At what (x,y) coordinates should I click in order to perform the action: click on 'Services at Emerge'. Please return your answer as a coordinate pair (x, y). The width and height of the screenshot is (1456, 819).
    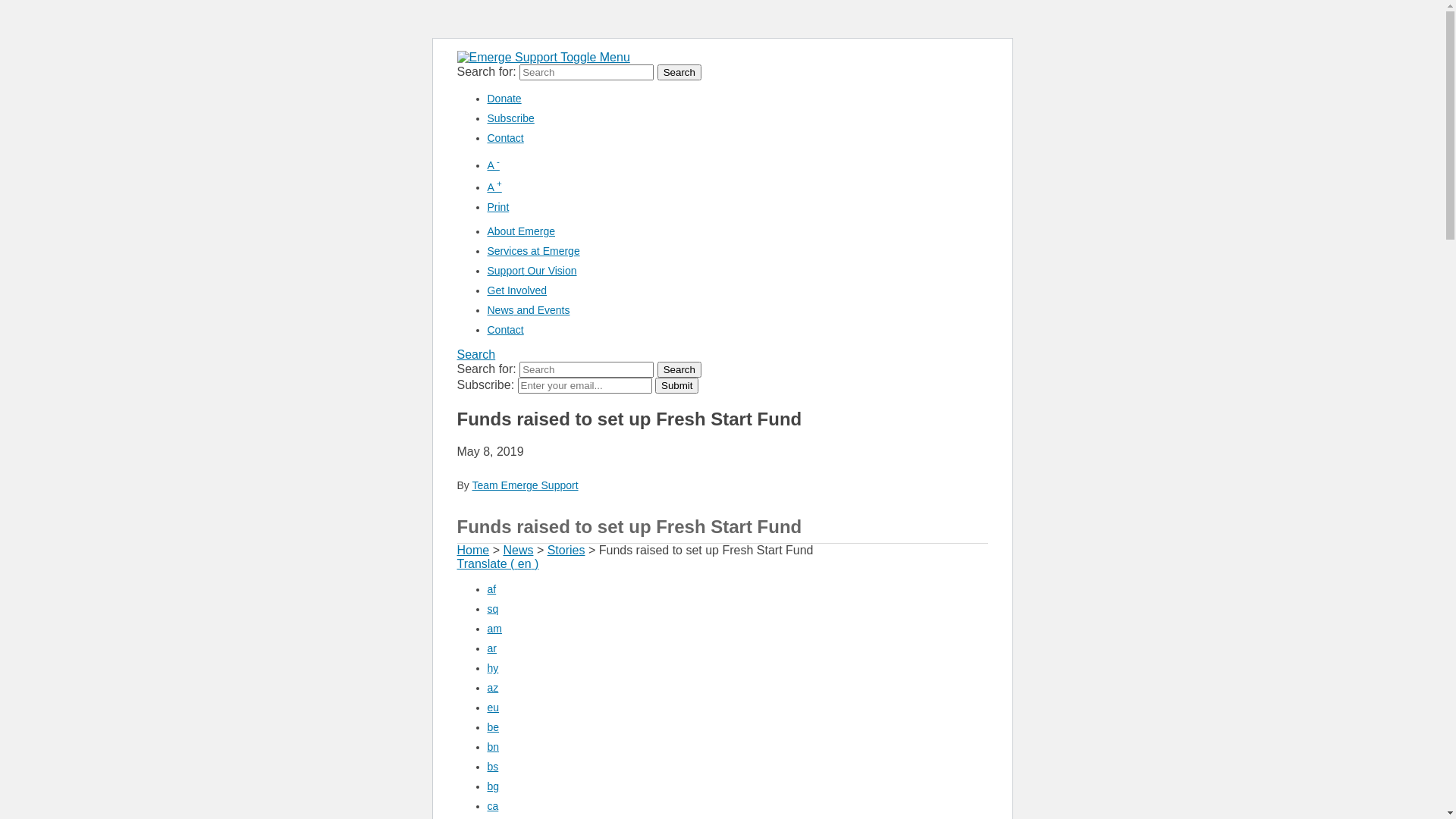
    Looking at the image, I should click on (532, 250).